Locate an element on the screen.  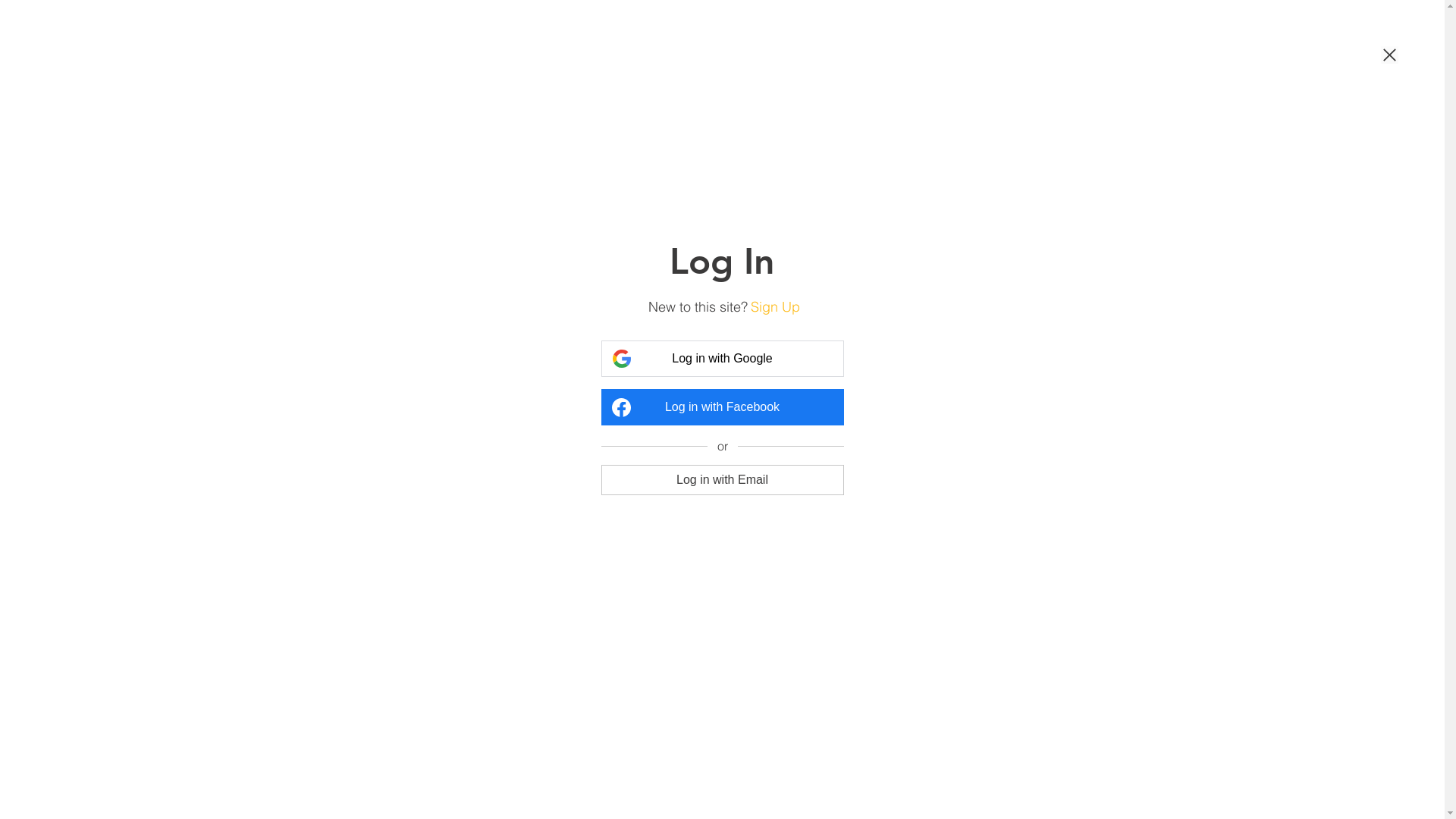
'Log in with Google' is located at coordinates (720, 359).